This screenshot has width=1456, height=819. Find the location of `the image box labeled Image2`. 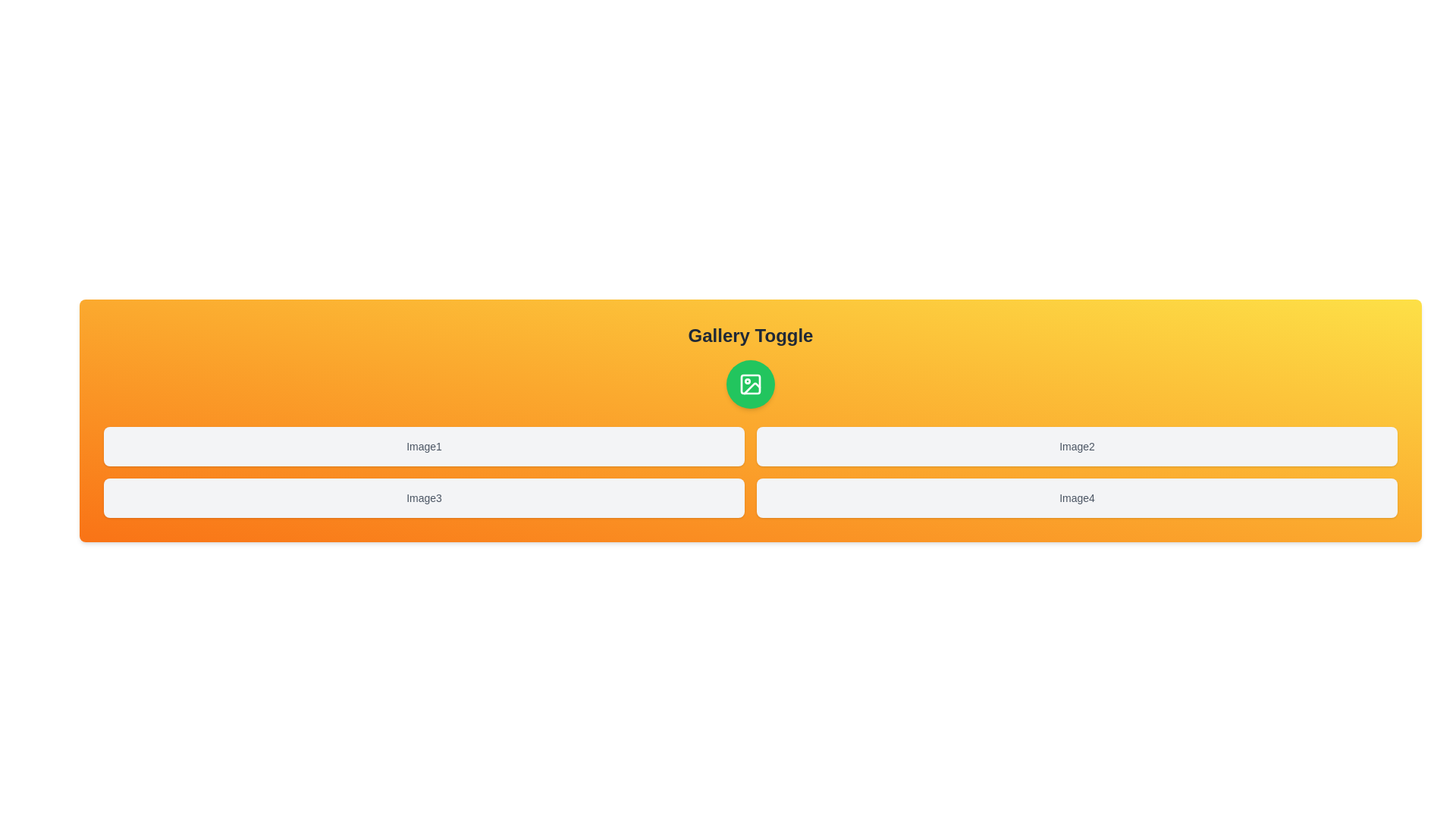

the image box labeled Image2 is located at coordinates (1076, 446).